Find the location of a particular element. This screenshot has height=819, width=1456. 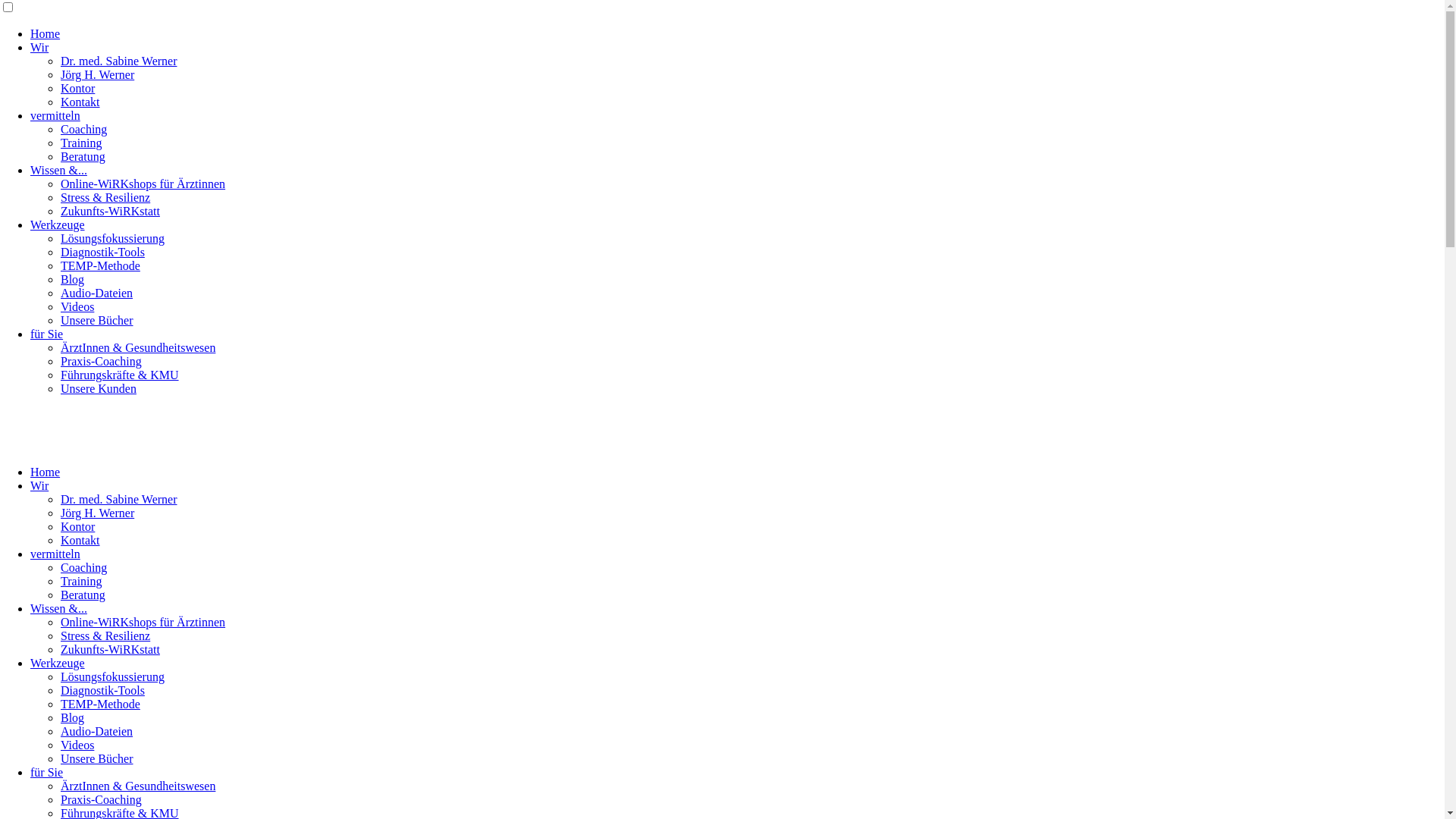

'Unsere Kunden' is located at coordinates (97, 388).